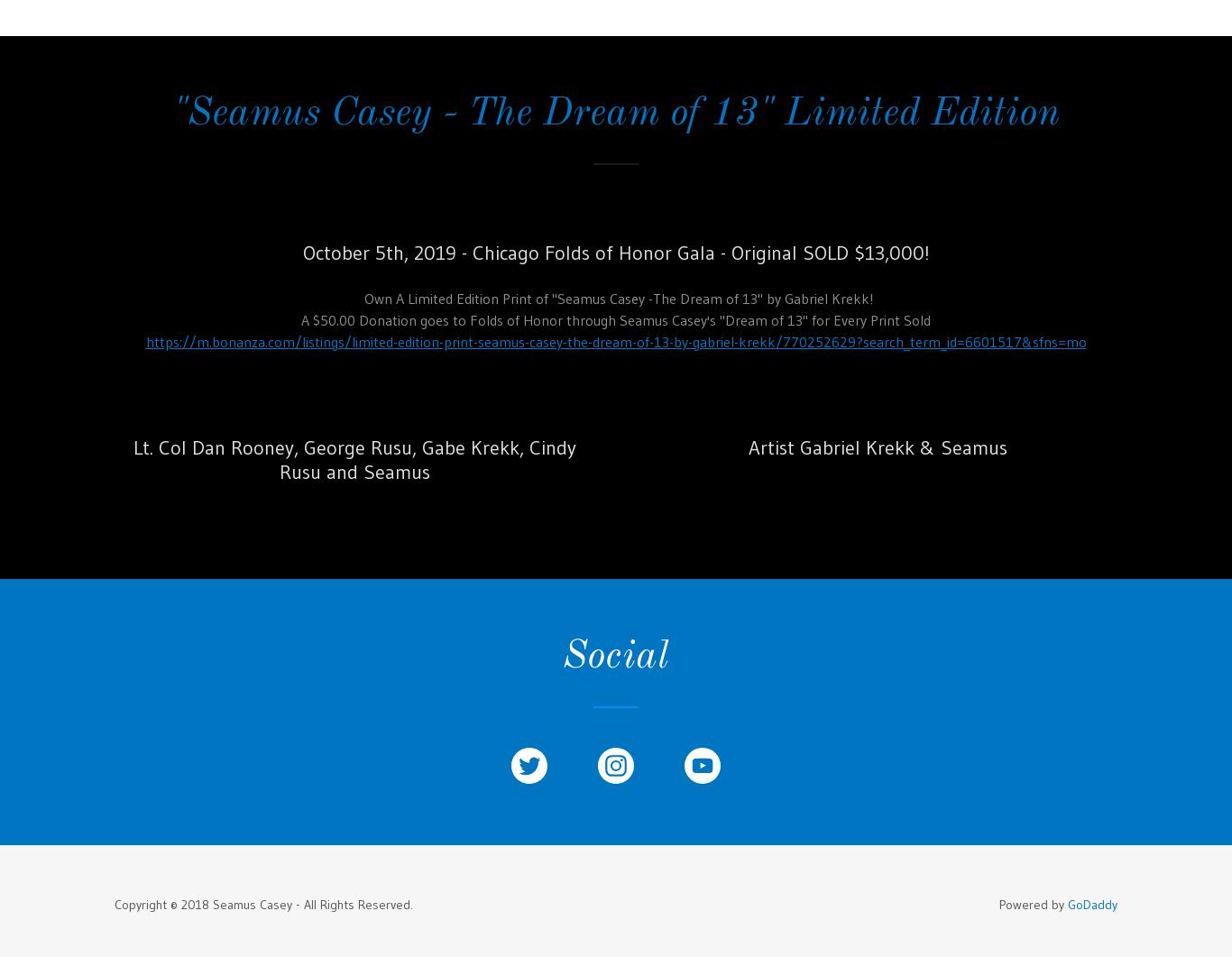 The image size is (1232, 957). Describe the element at coordinates (1092, 903) in the screenshot. I see `'GoDaddy'` at that location.